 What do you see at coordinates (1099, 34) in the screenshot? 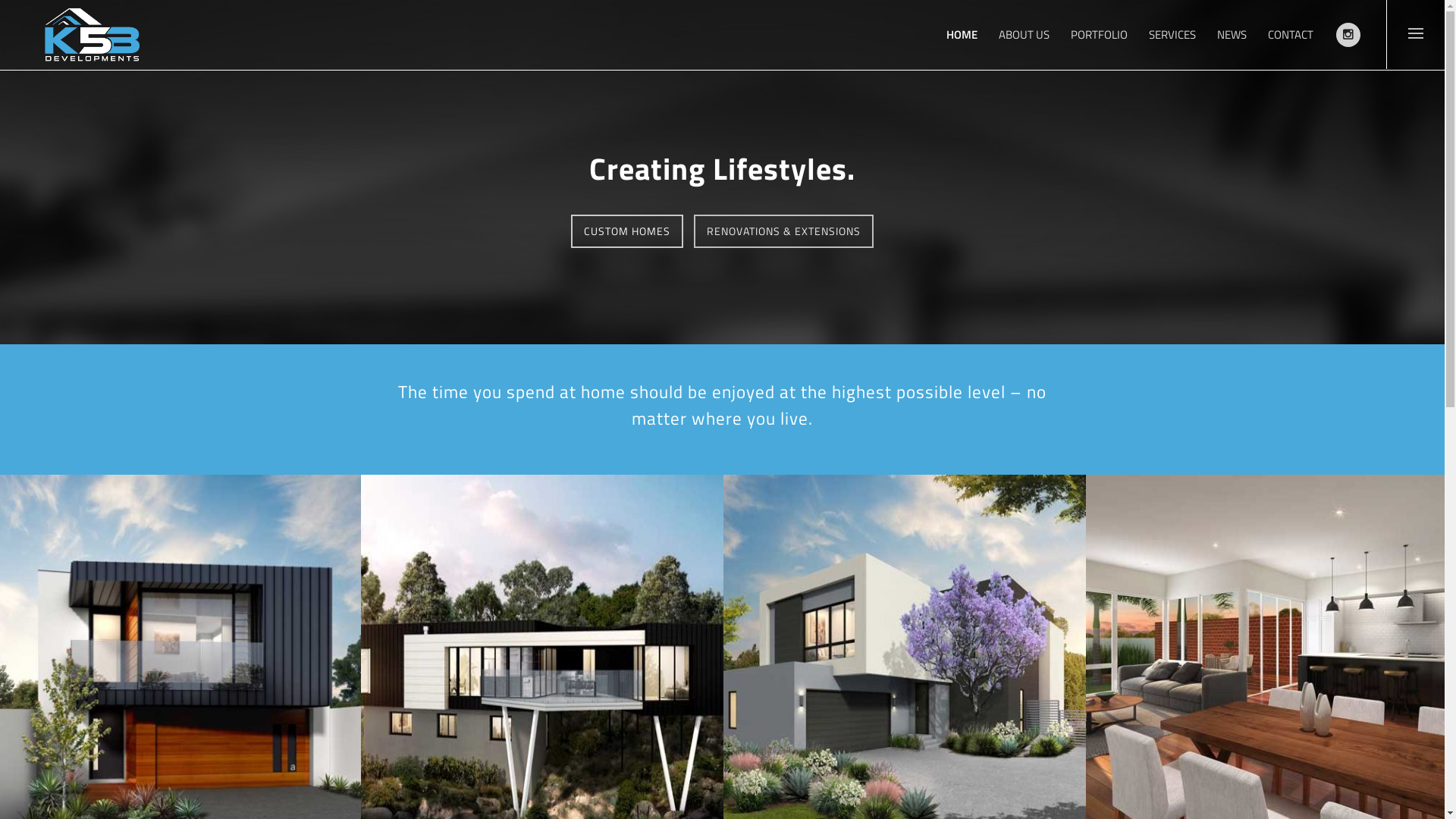
I see `'PORTFOLIO'` at bounding box center [1099, 34].